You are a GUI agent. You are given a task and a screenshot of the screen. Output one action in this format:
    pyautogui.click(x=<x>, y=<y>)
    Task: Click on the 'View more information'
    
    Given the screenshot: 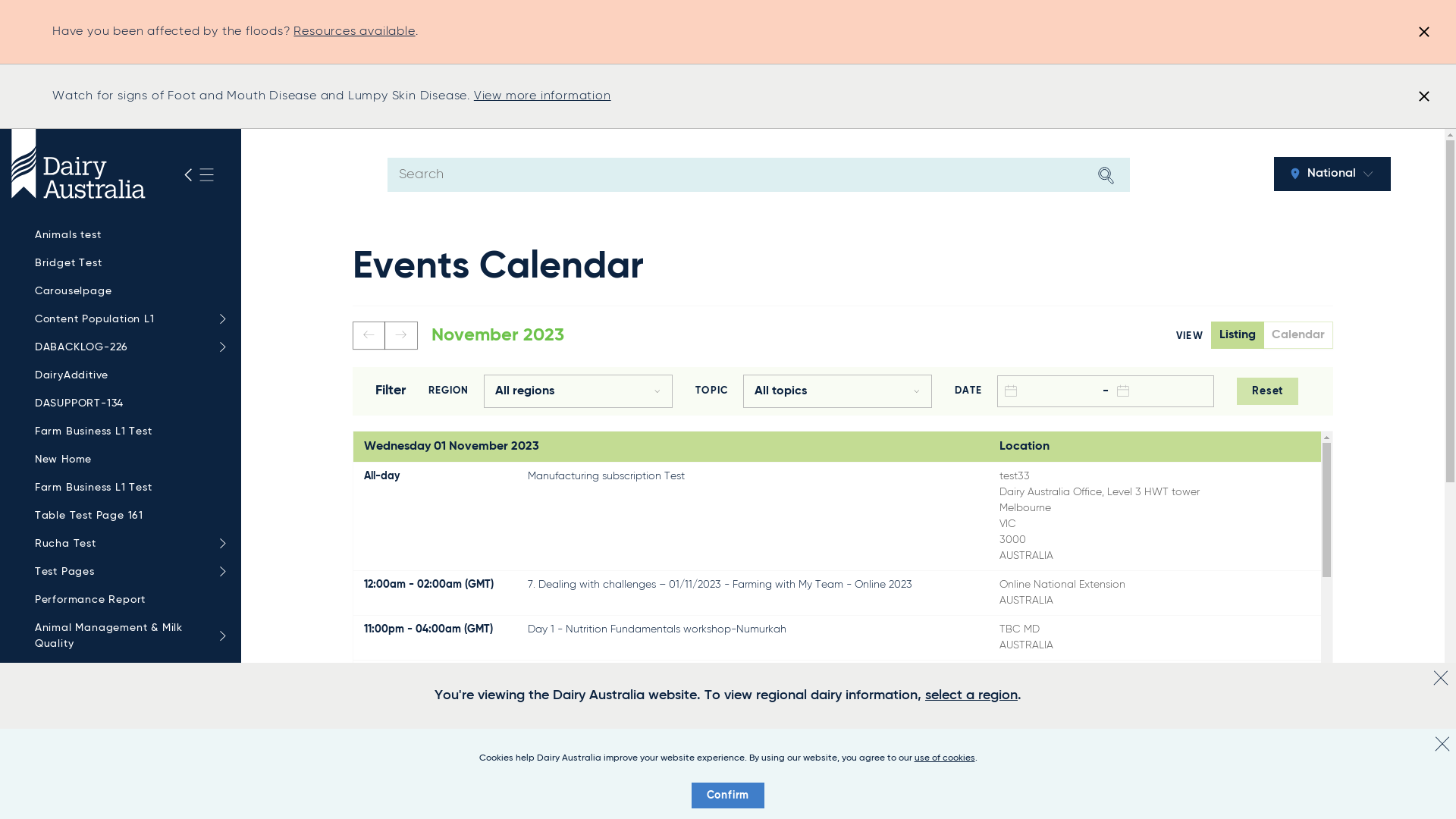 What is the action you would take?
    pyautogui.click(x=542, y=96)
    